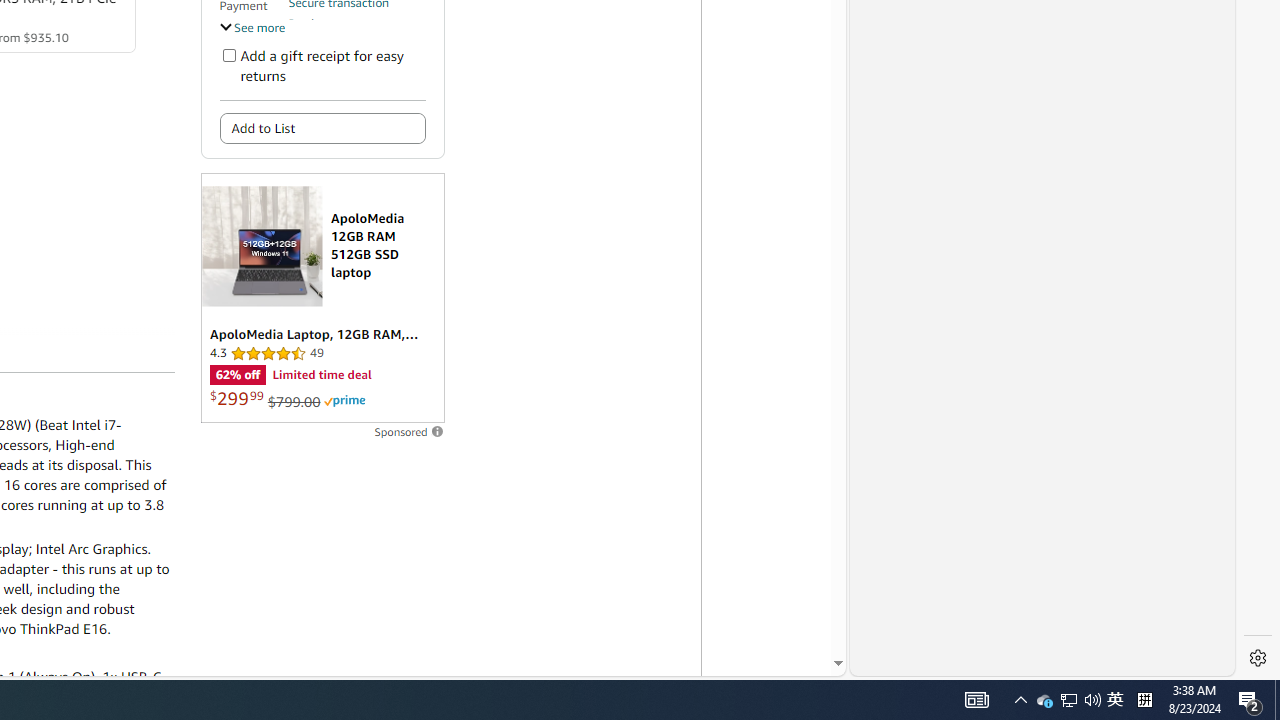  Describe the element at coordinates (322, 128) in the screenshot. I see `'Add to List'` at that location.